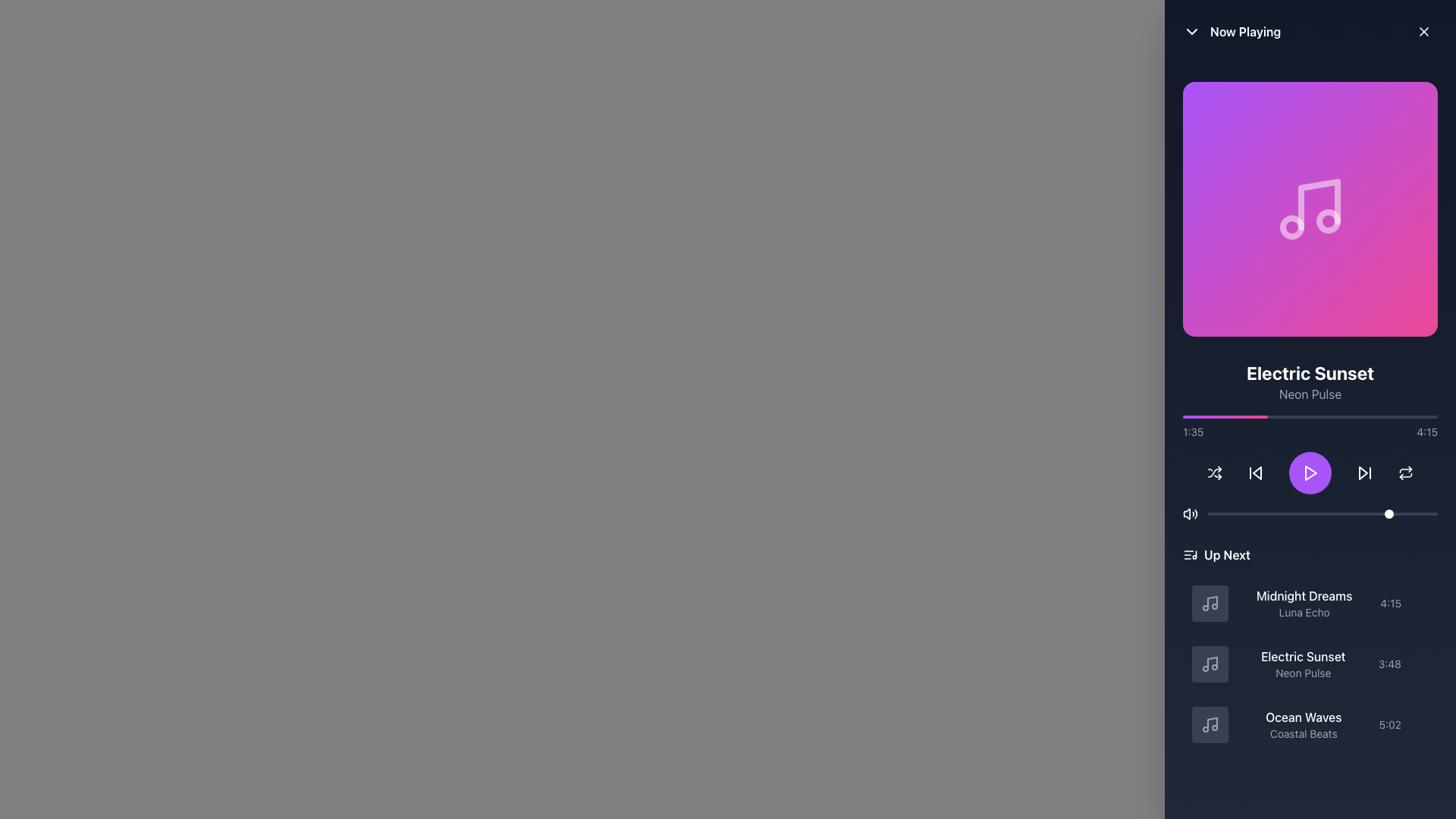  What do you see at coordinates (1423, 32) in the screenshot?
I see `the close button located at the top-right corner of the 'Now Playing' section to observe the hover effect` at bounding box center [1423, 32].